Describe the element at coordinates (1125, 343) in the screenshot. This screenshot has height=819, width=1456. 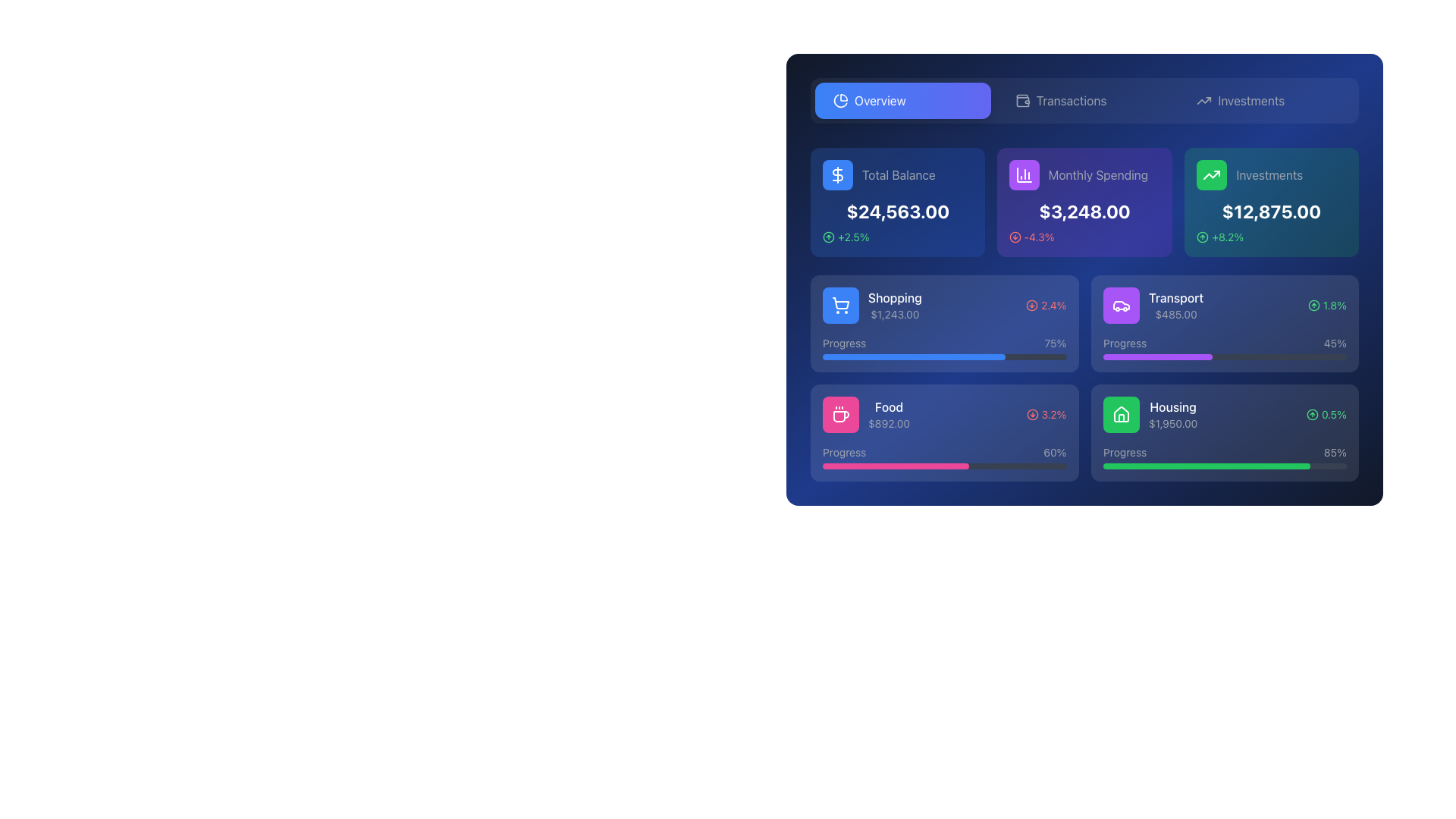
I see `the 'Progress' text label, which is styled with a small font size and gray color, located within a blue-toned card interface and positioned to the left of a '45%' text label in the 'Transport' card` at that location.